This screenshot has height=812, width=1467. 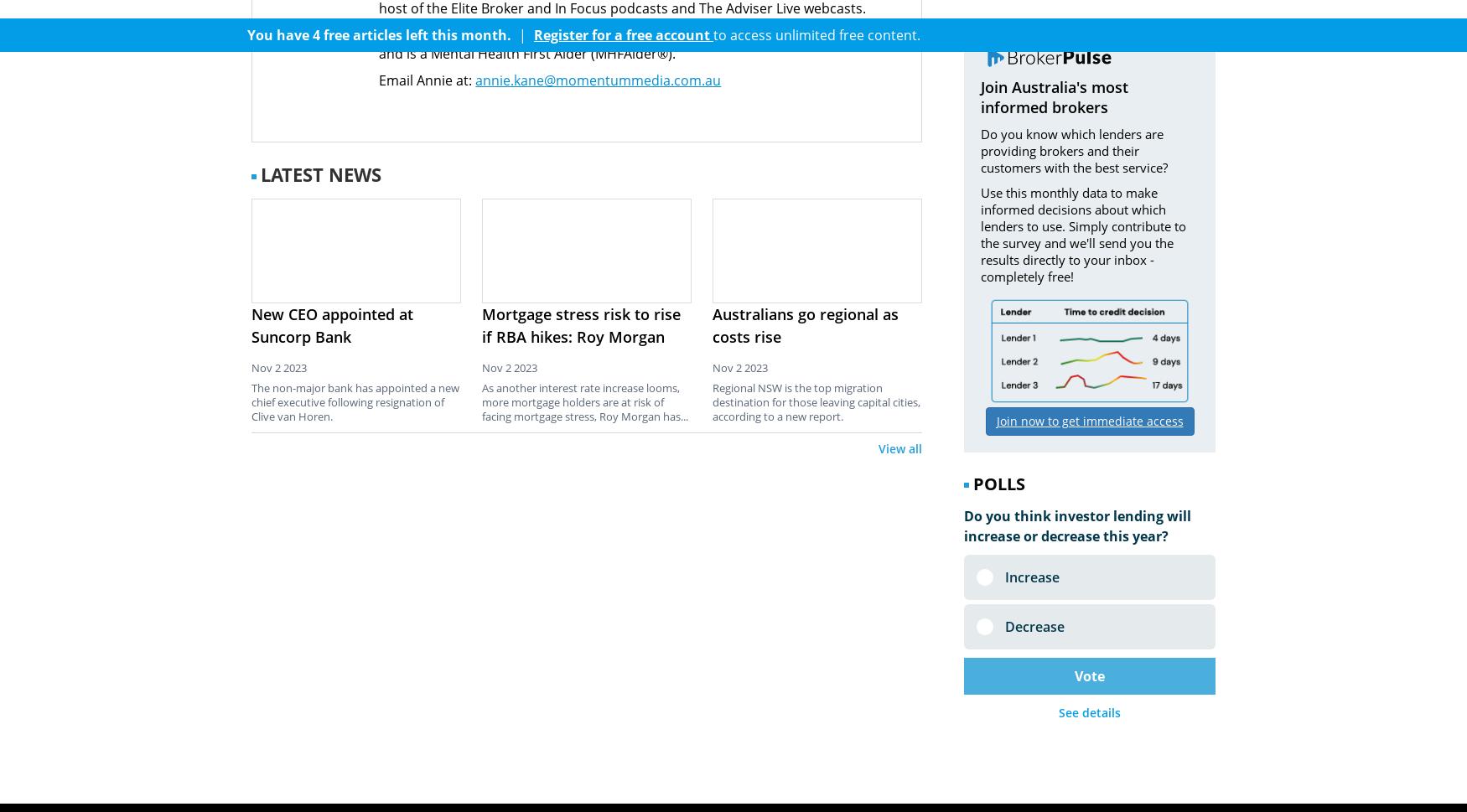 What do you see at coordinates (482, 324) in the screenshot?
I see `'Mortgage stress risk to rise if RBA hikes: Roy Morgan'` at bounding box center [482, 324].